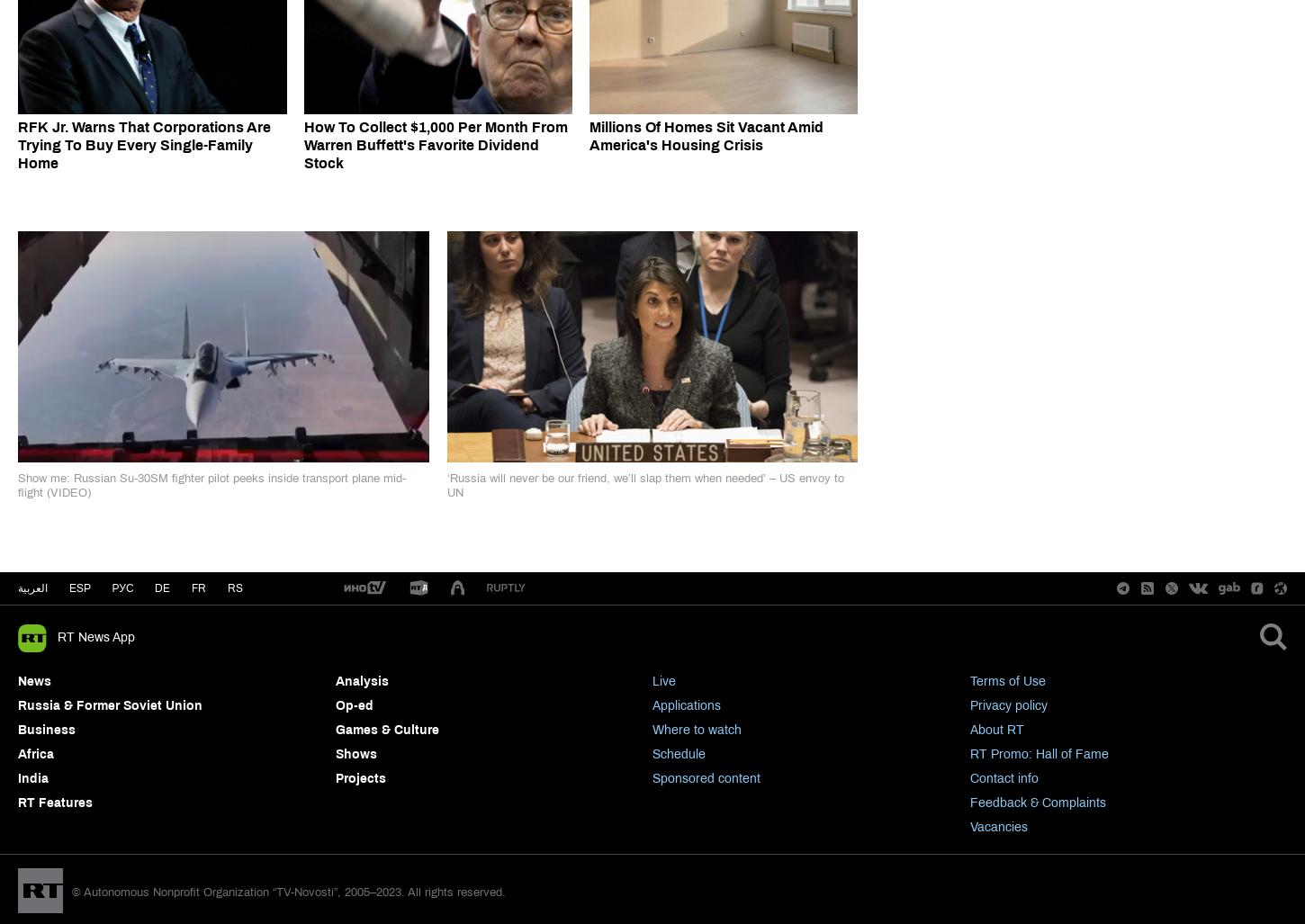  I want to click on 'RT Features', so click(18, 802).